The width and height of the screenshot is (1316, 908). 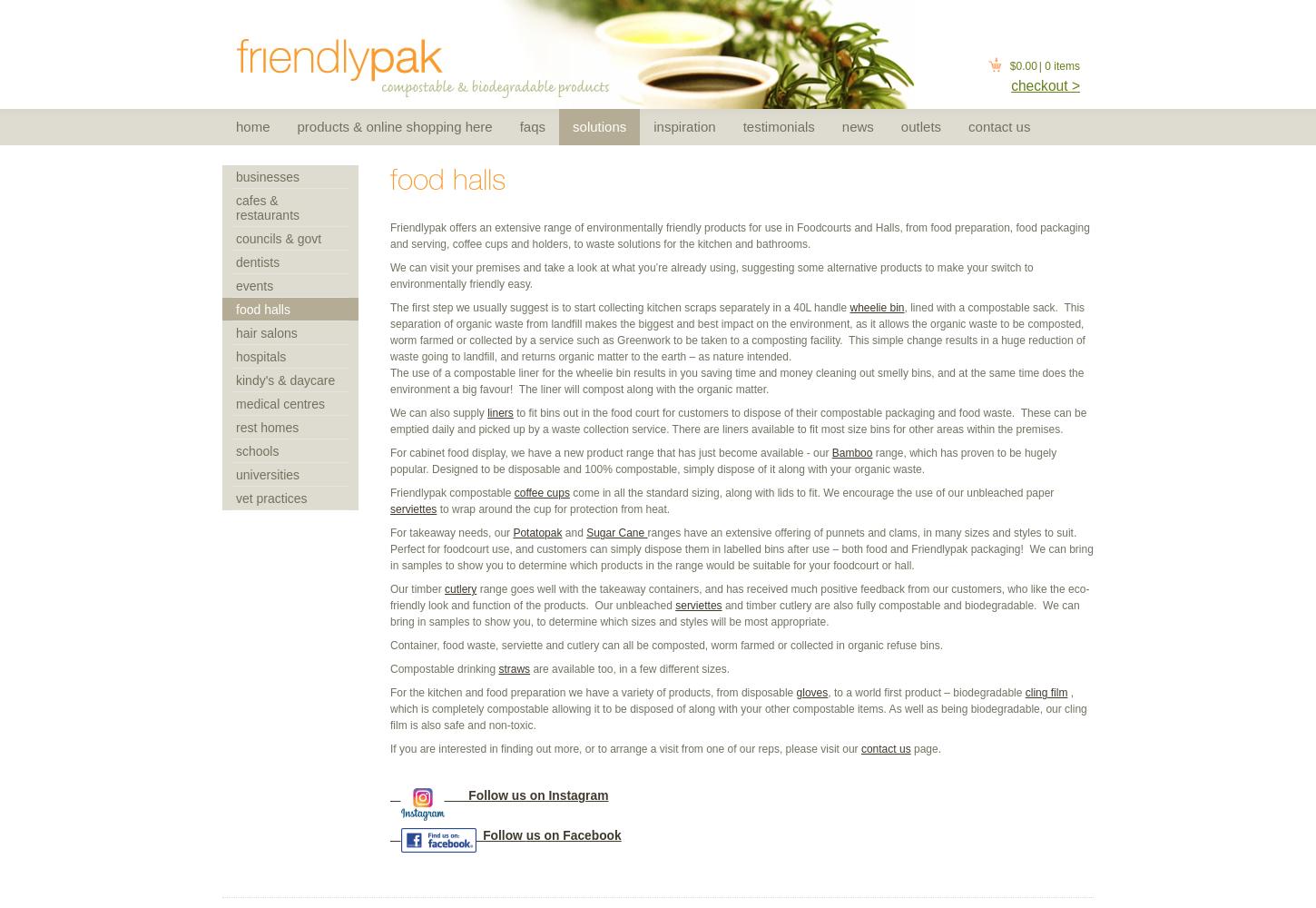 I want to click on 'Friendlypak offers an extensive range of environmentally friendly products for use in Foodcourts and Halls, from food preparation, food packaging and serving, coffee cups and holders, to waste solutions for the kitchen and bathrooms.', so click(x=740, y=236).